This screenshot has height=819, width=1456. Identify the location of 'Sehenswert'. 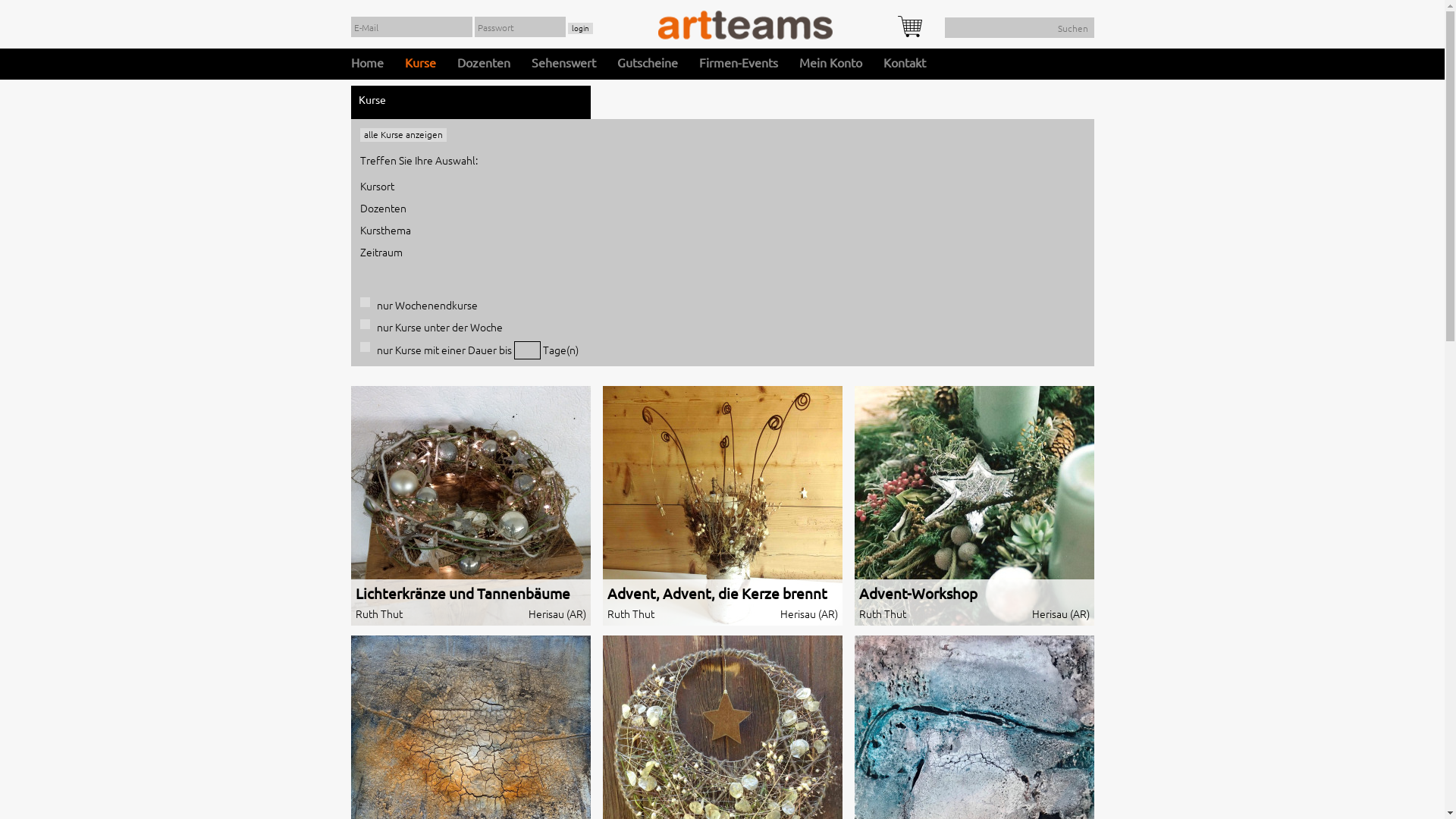
(531, 63).